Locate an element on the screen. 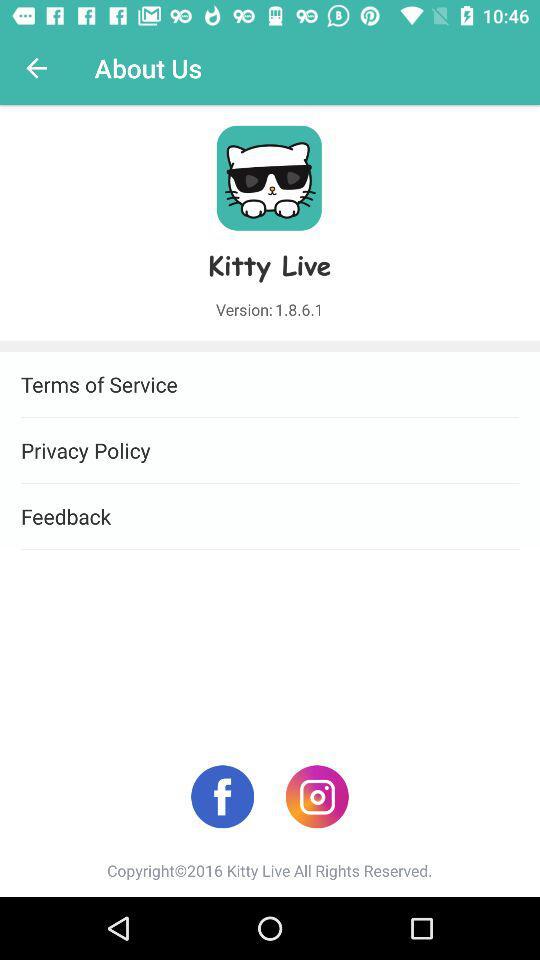 The width and height of the screenshot is (540, 960). the facebook icon is located at coordinates (221, 796).